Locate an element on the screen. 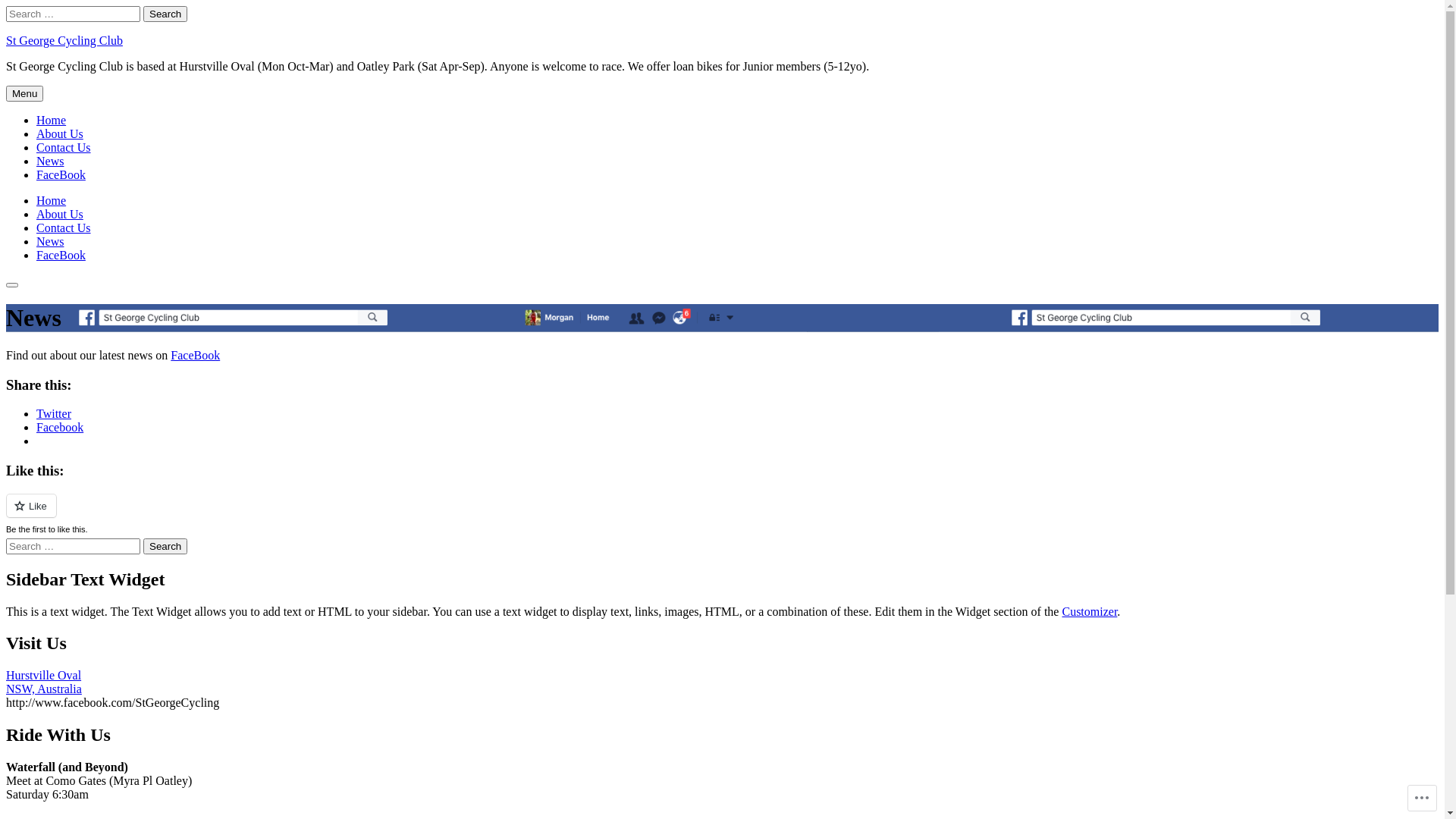  'St George Cycling Club' is located at coordinates (64, 39).